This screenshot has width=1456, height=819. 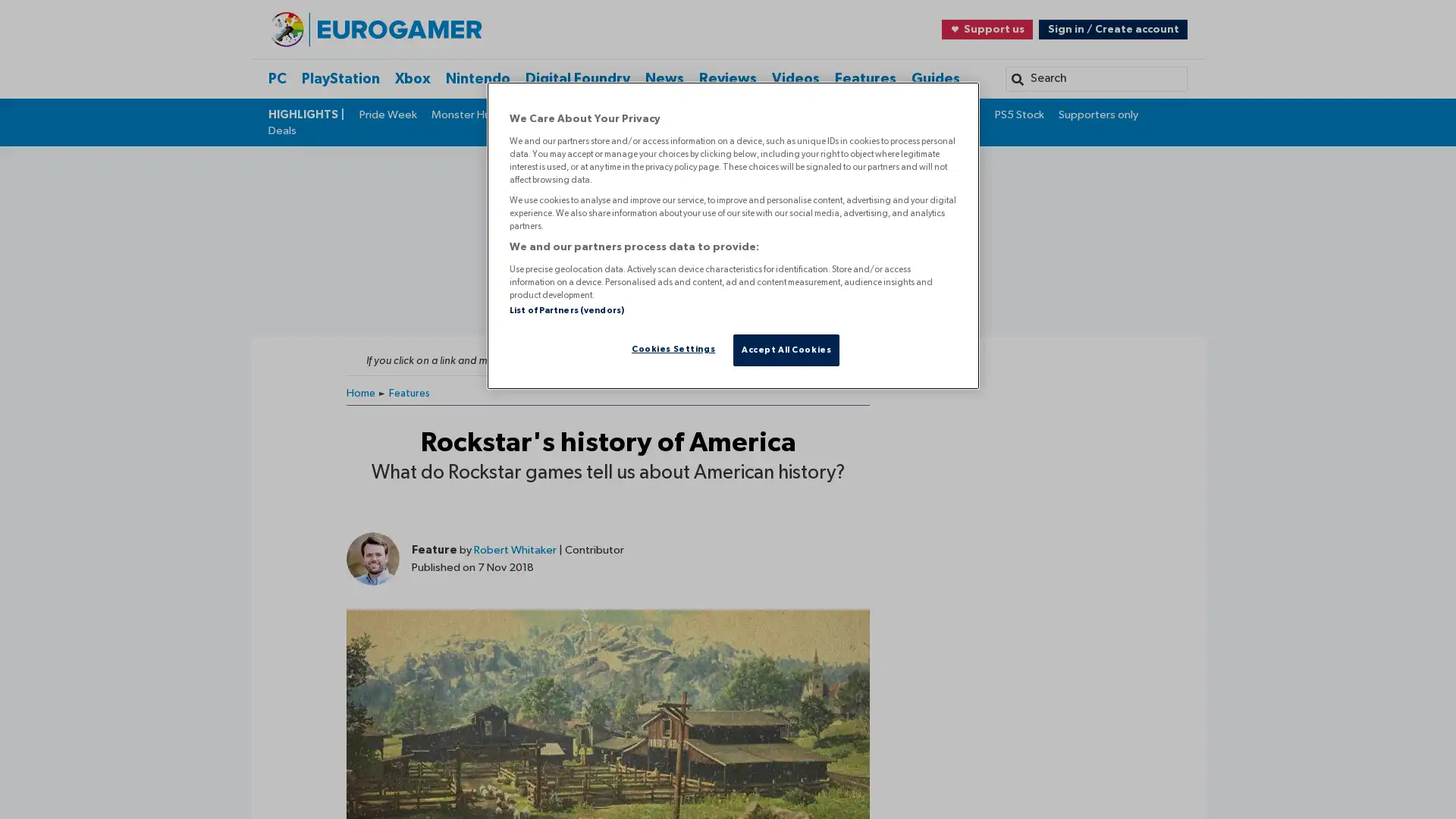 I want to click on Cookies Settings, so click(x=672, y=348).